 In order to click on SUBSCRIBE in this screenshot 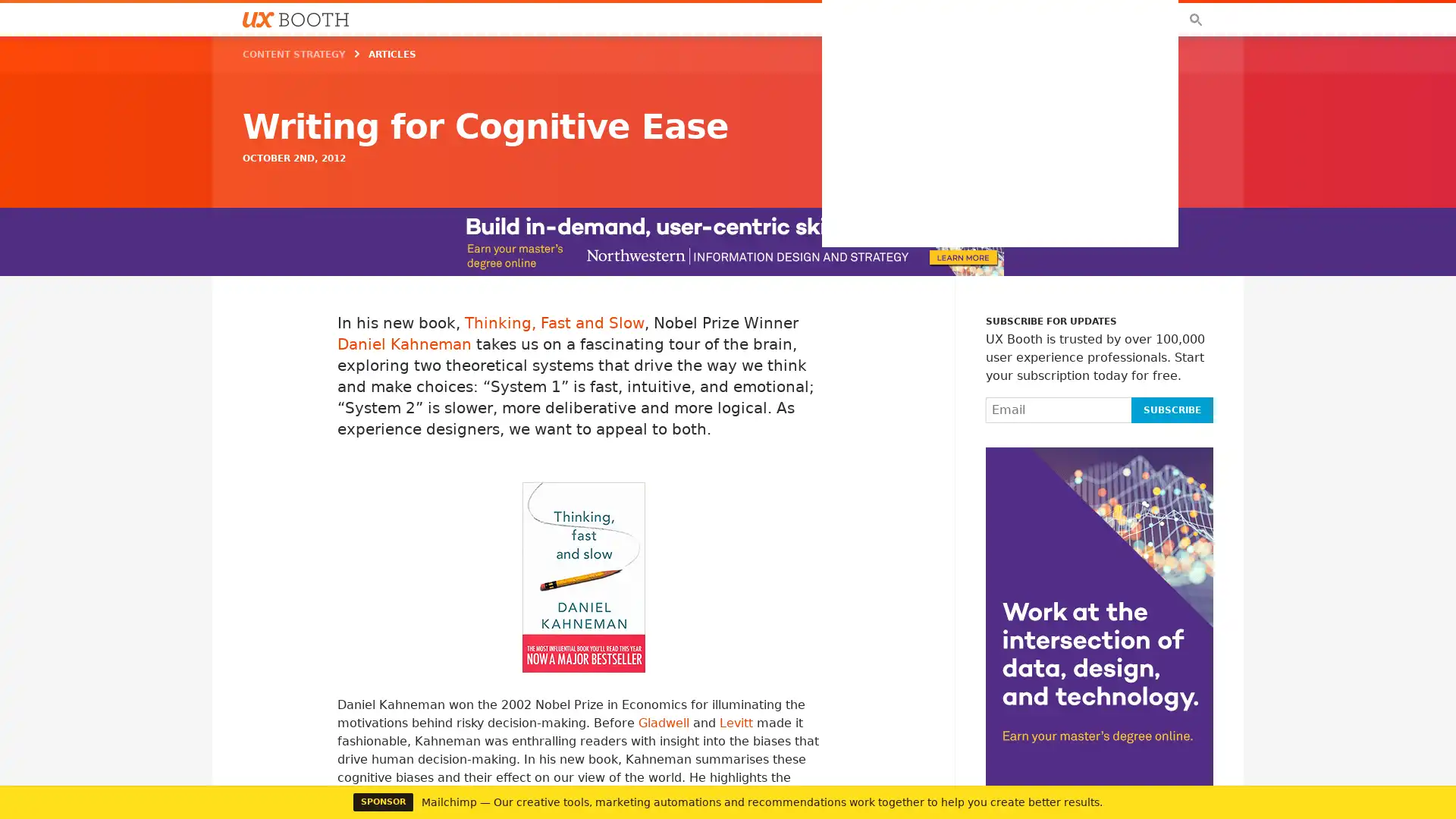, I will do `click(1171, 409)`.